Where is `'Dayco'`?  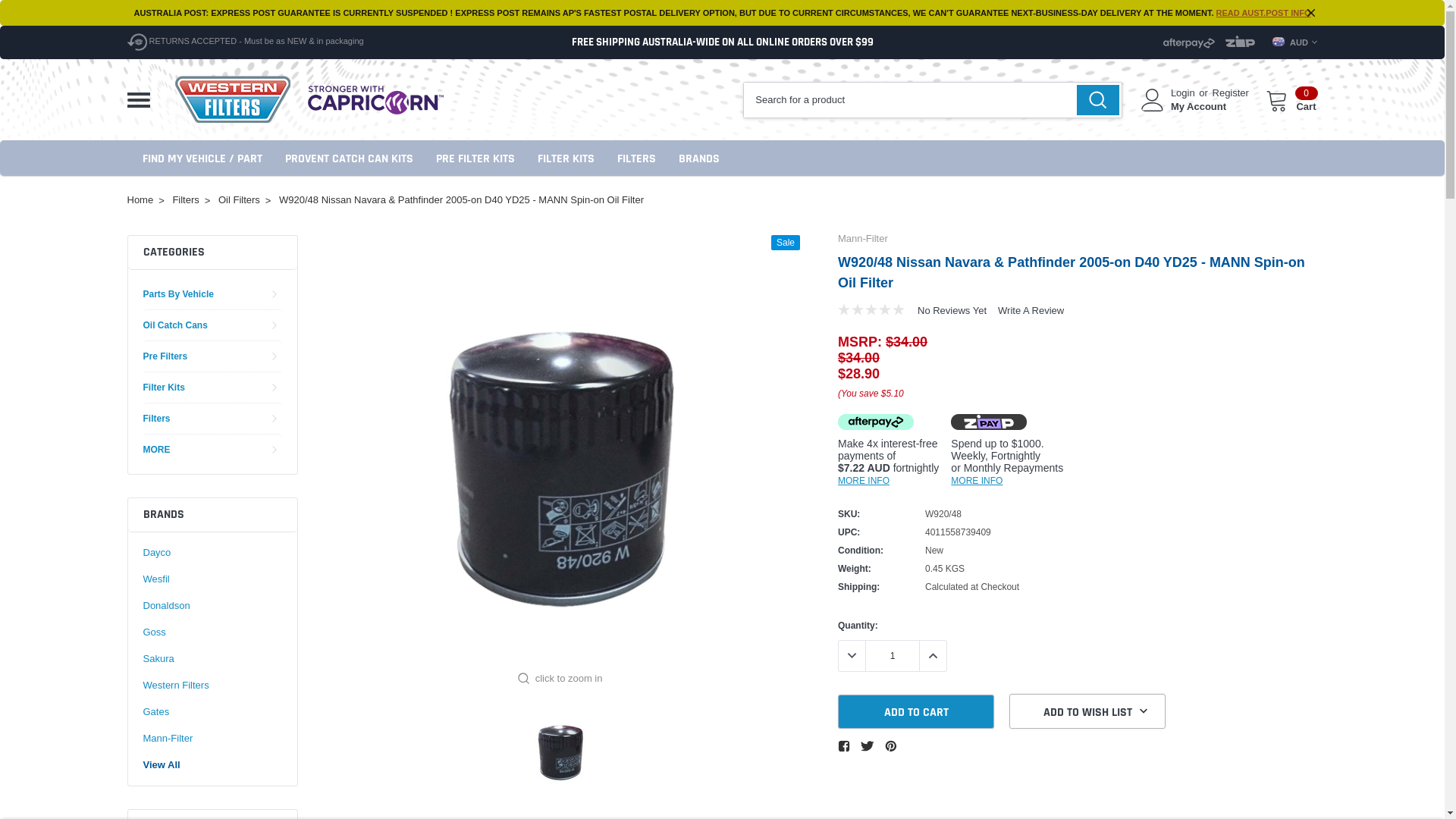
'Dayco' is located at coordinates (142, 553).